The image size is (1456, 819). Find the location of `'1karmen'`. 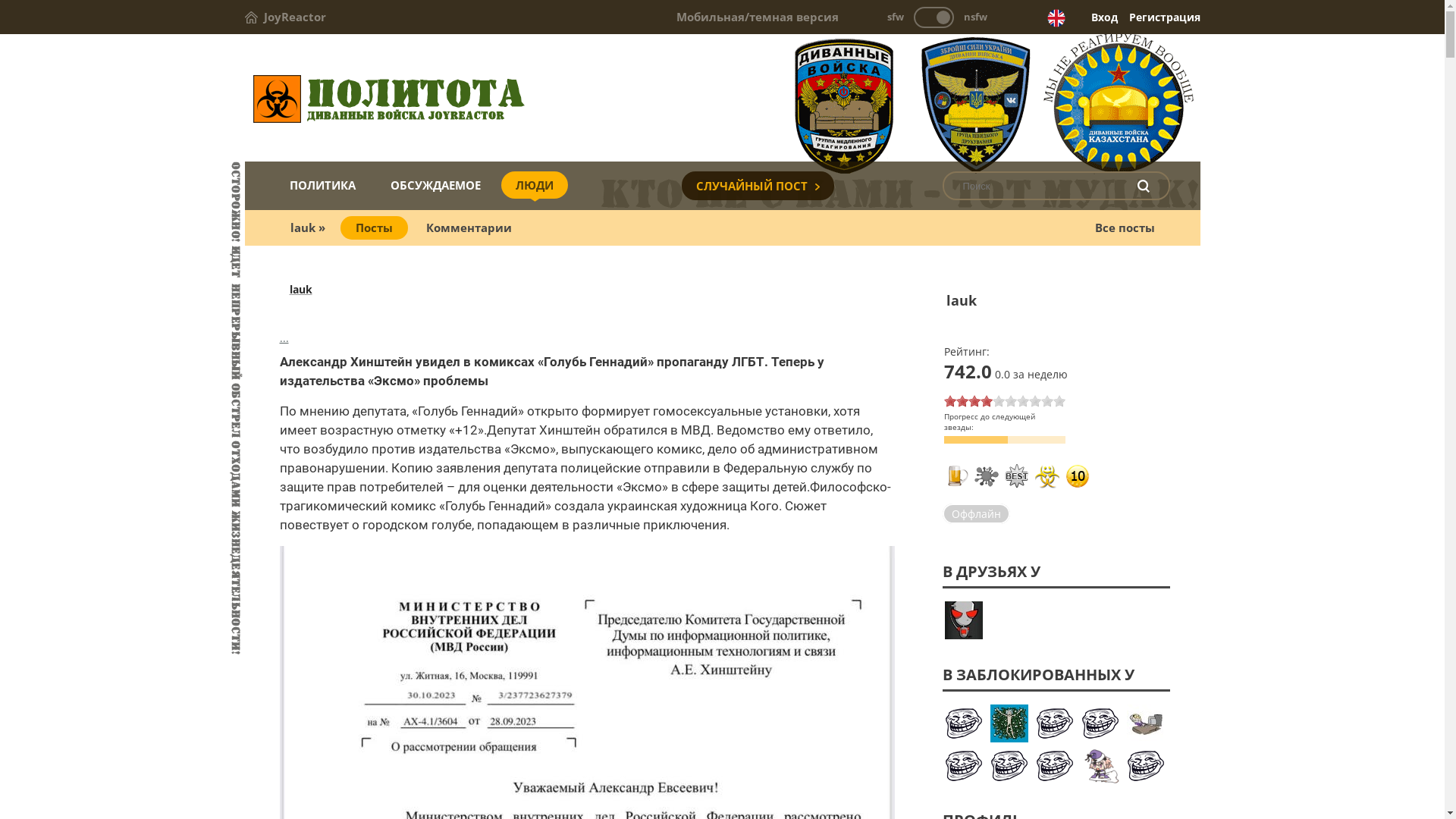

'1karmen' is located at coordinates (1146, 722).